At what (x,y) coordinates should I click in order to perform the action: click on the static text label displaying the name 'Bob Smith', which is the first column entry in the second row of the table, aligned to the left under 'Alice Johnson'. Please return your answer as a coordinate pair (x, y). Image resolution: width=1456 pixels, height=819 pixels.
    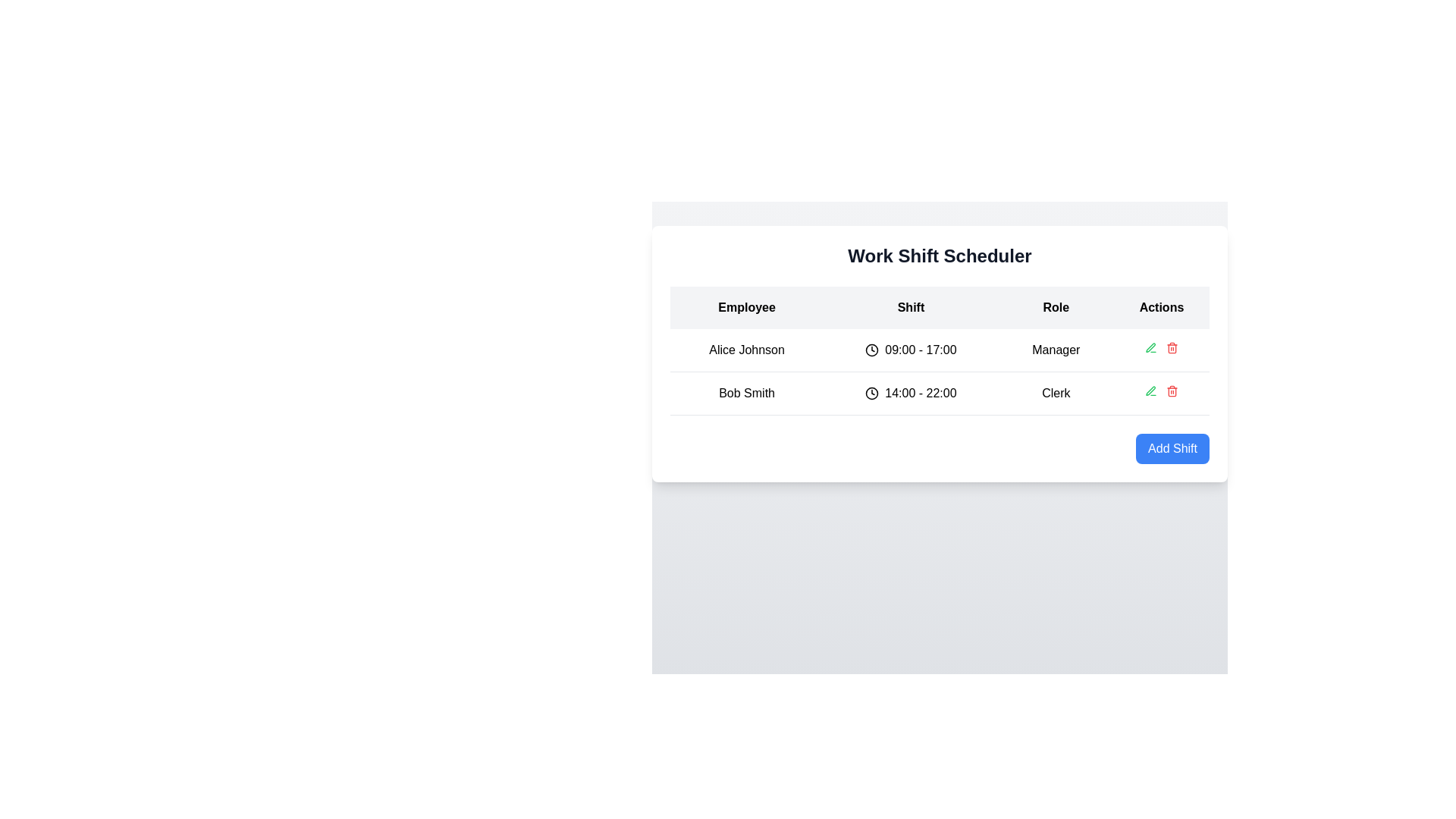
    Looking at the image, I should click on (747, 393).